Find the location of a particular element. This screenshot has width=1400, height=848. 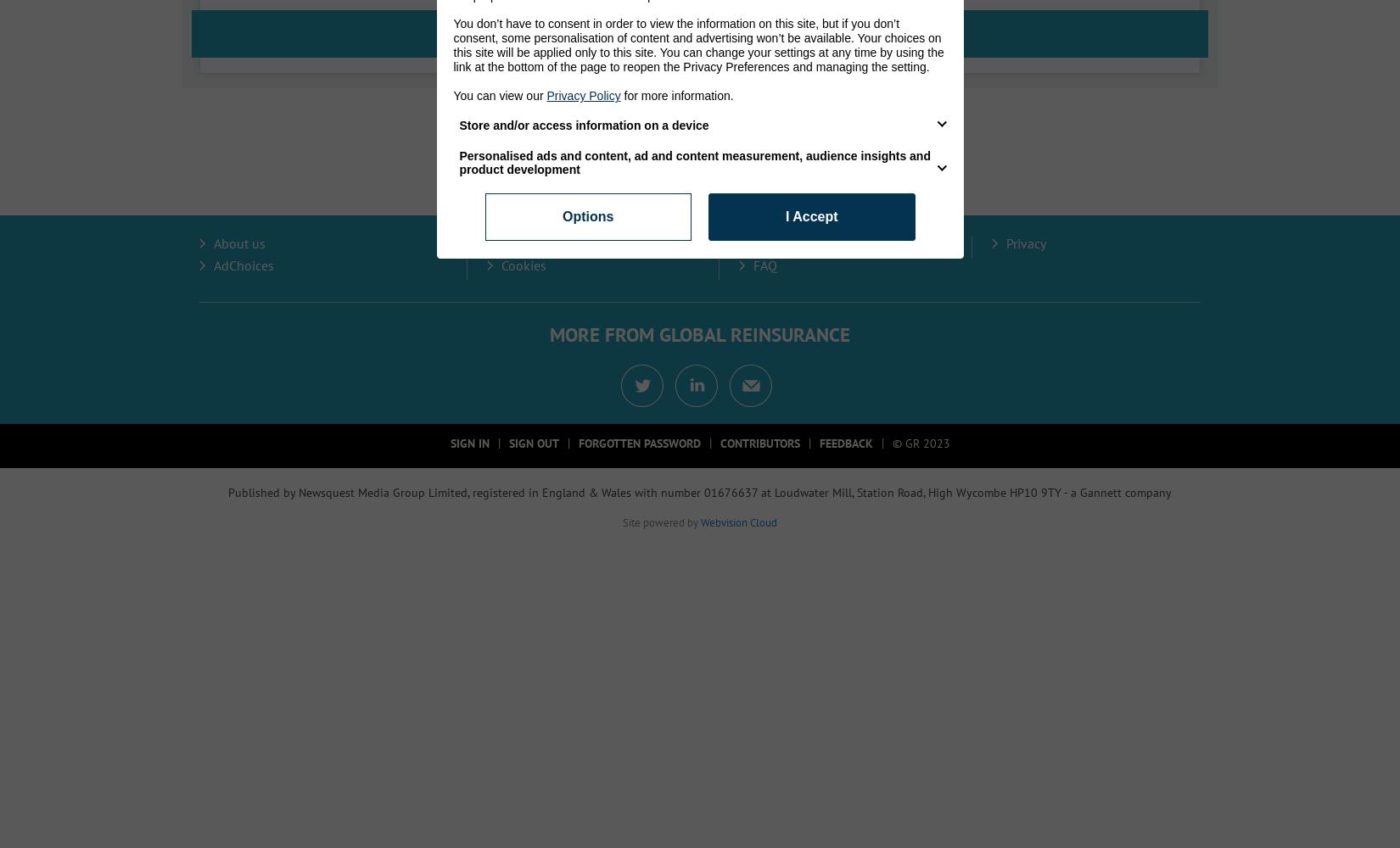

'Terms & Conditions' is located at coordinates (810, 243).